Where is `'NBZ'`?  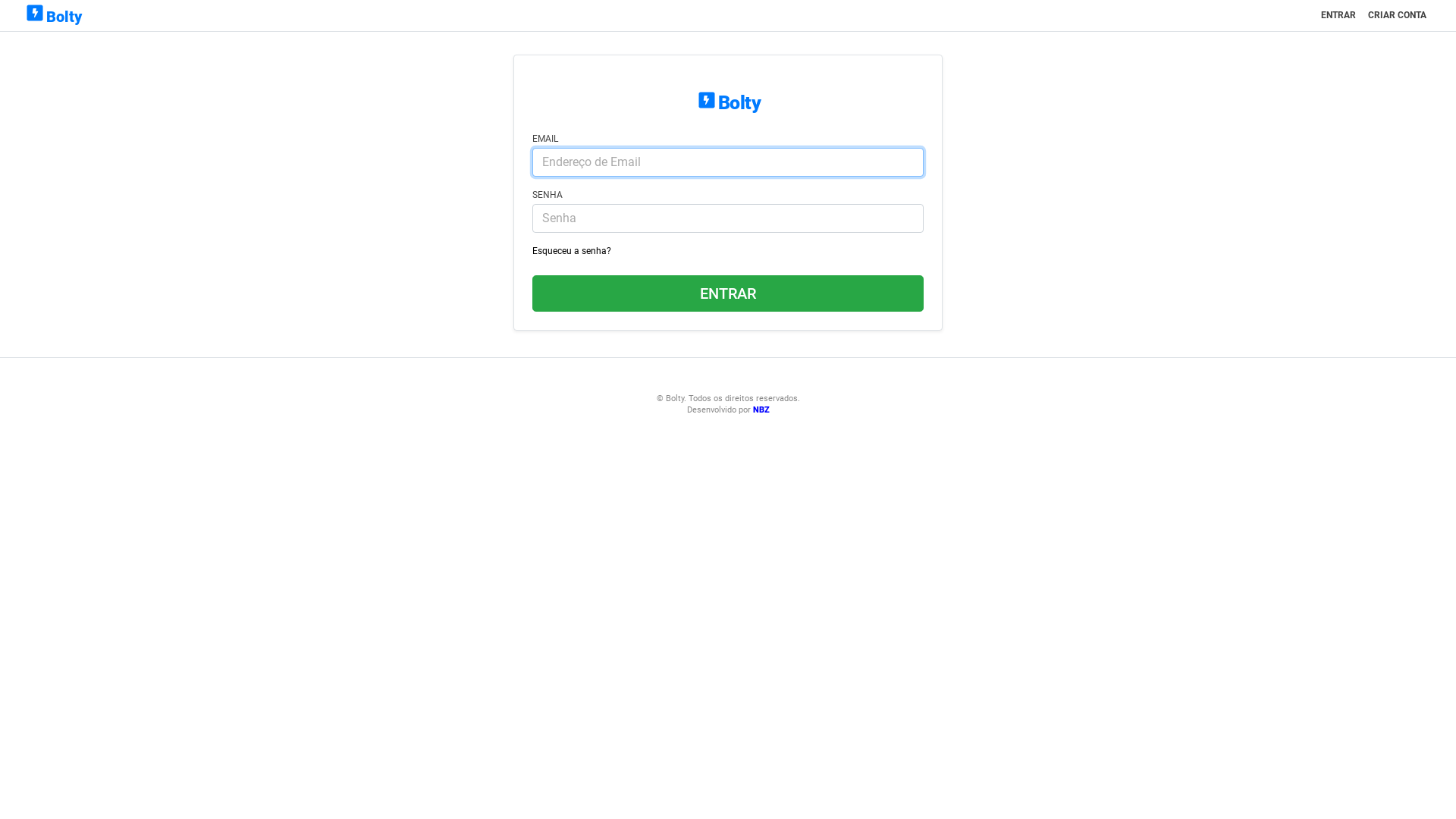
'NBZ' is located at coordinates (761, 409).